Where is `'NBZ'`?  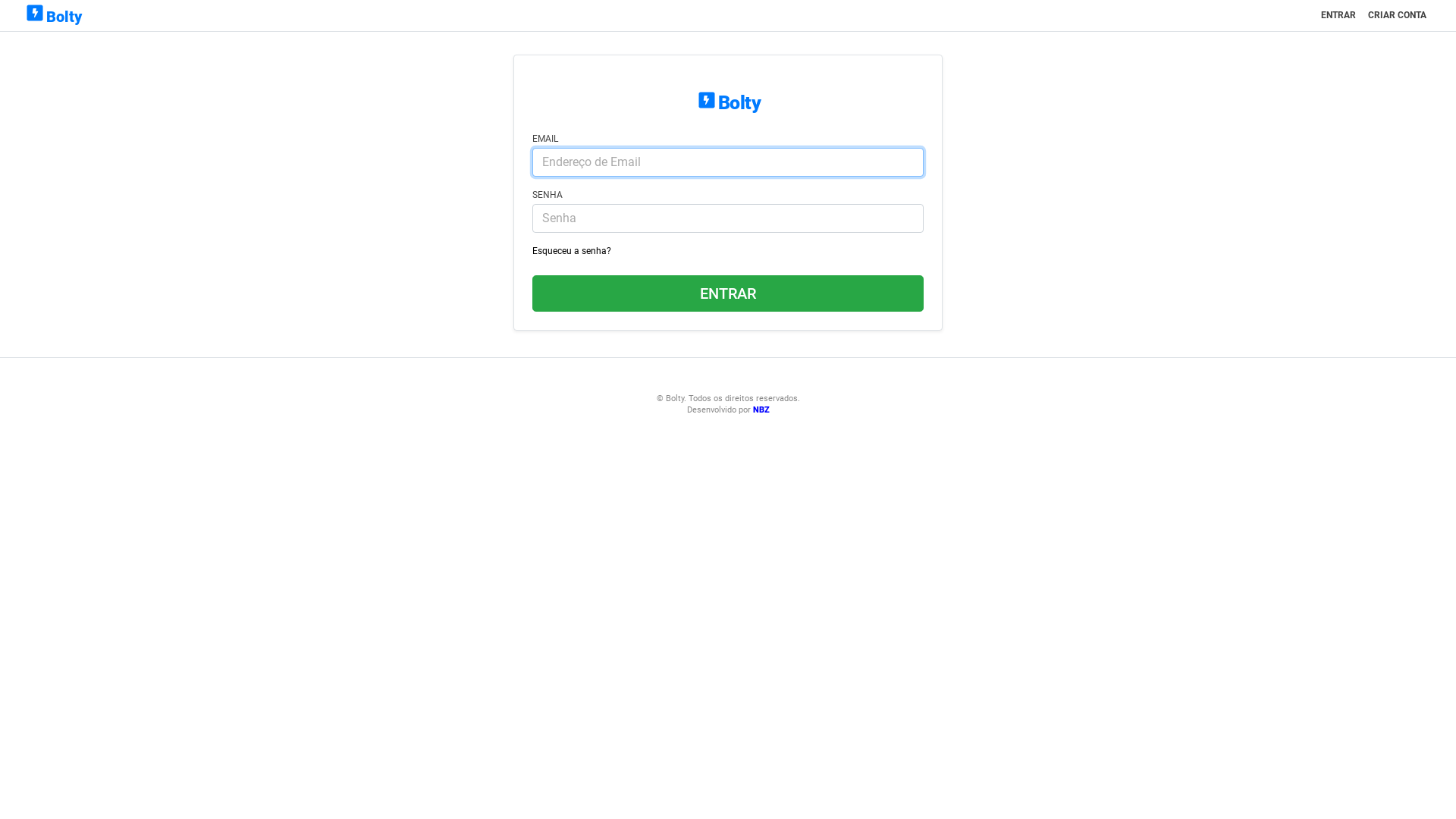
'NBZ' is located at coordinates (761, 409).